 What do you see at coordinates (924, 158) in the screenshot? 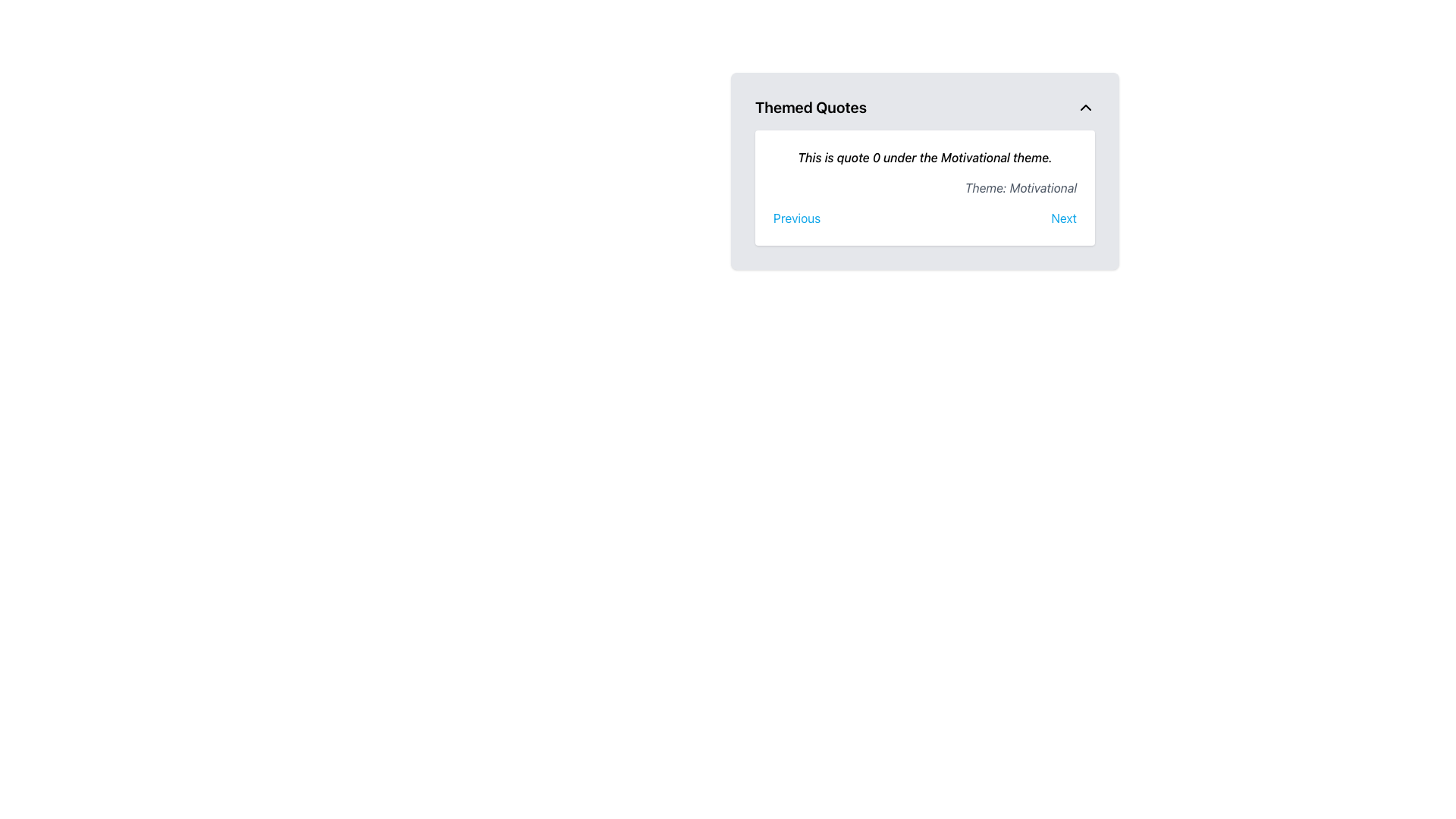
I see `text content of the italic text block that displays 'This is quote 0 under the Motivational theme.'` at bounding box center [924, 158].